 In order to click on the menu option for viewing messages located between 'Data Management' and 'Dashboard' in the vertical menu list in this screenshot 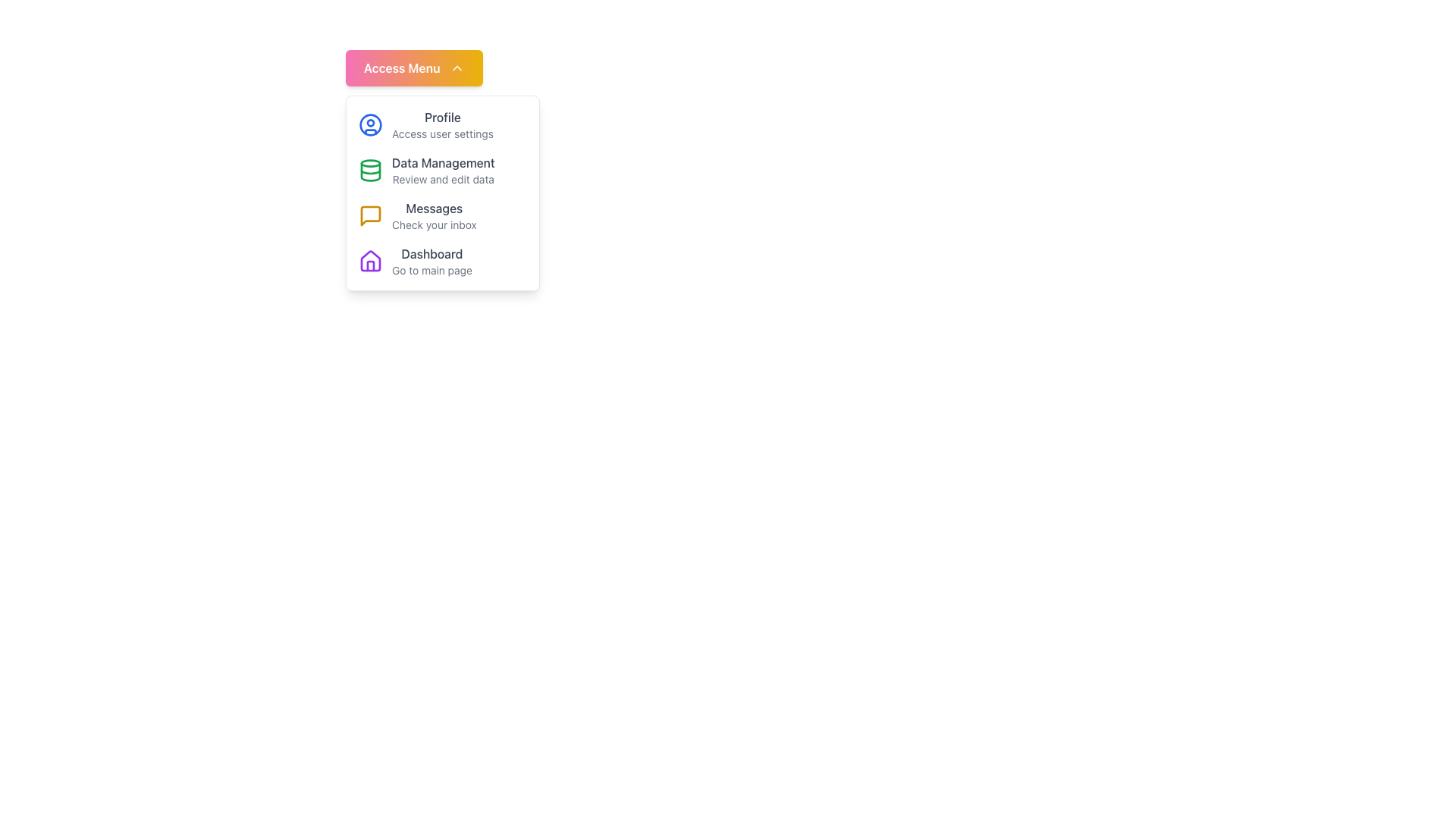, I will do `click(433, 216)`.